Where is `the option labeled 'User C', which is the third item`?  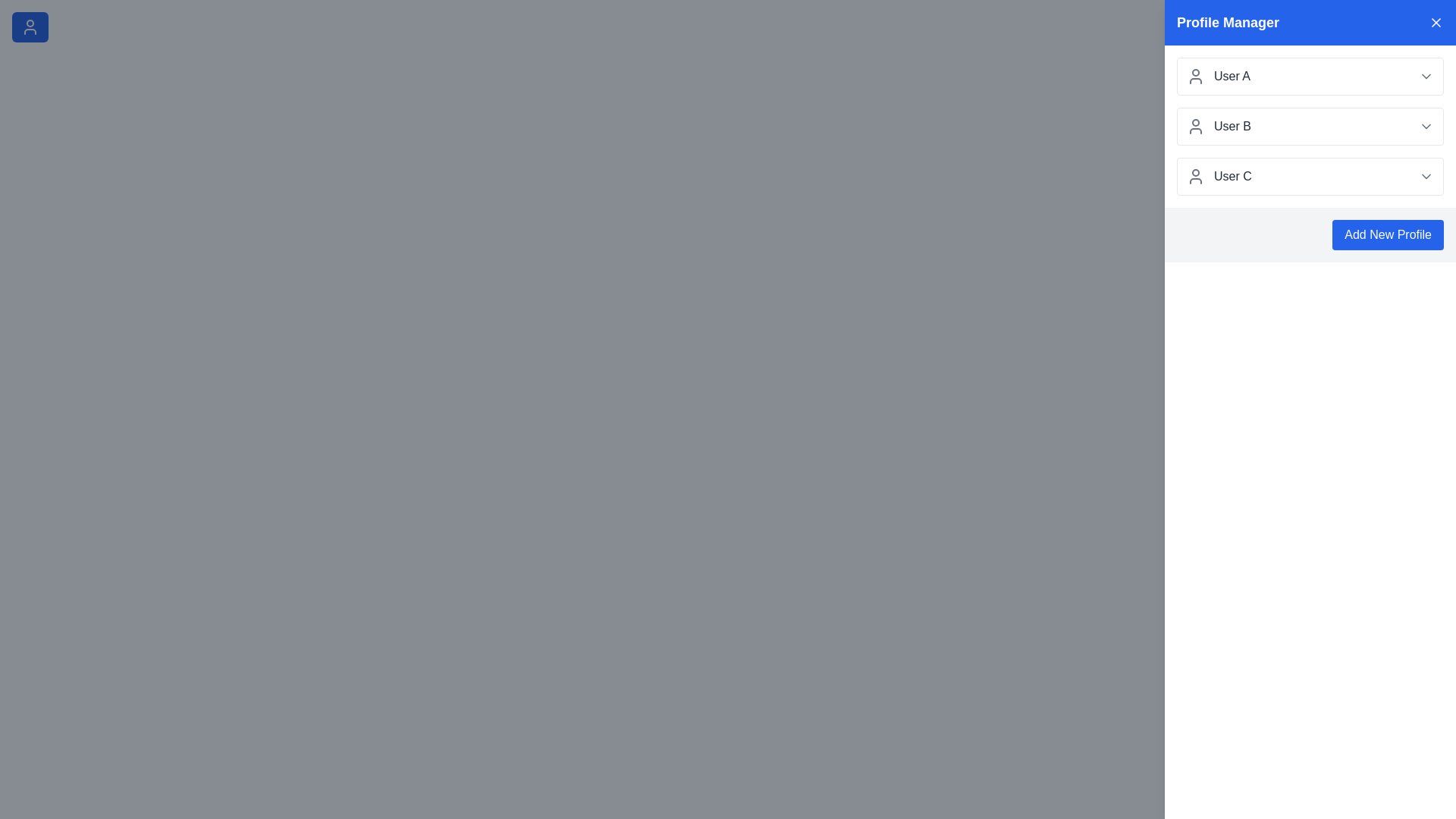
the option labeled 'User C', which is the third item is located at coordinates (1310, 175).